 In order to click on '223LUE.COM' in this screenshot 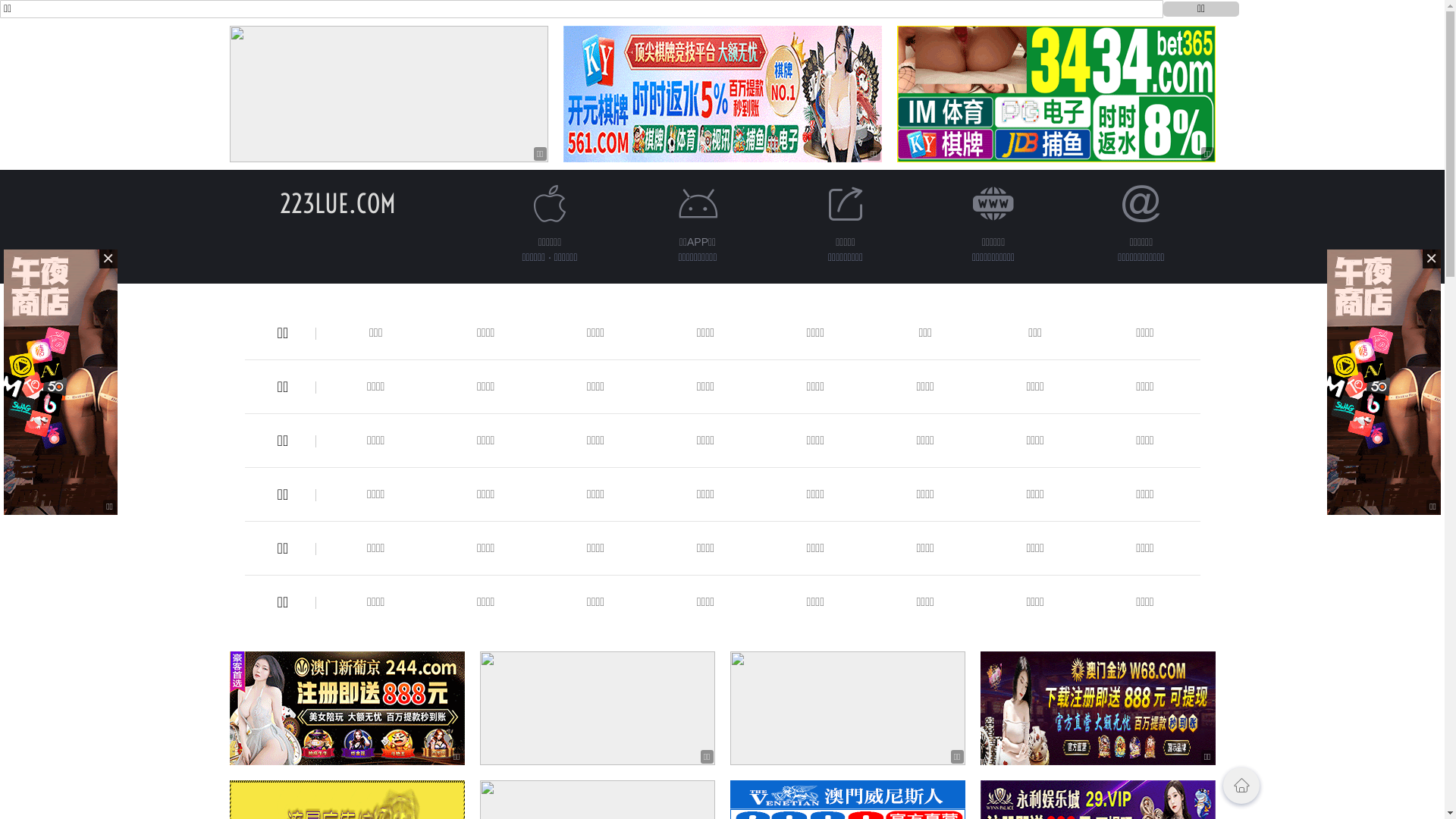, I will do `click(280, 202)`.